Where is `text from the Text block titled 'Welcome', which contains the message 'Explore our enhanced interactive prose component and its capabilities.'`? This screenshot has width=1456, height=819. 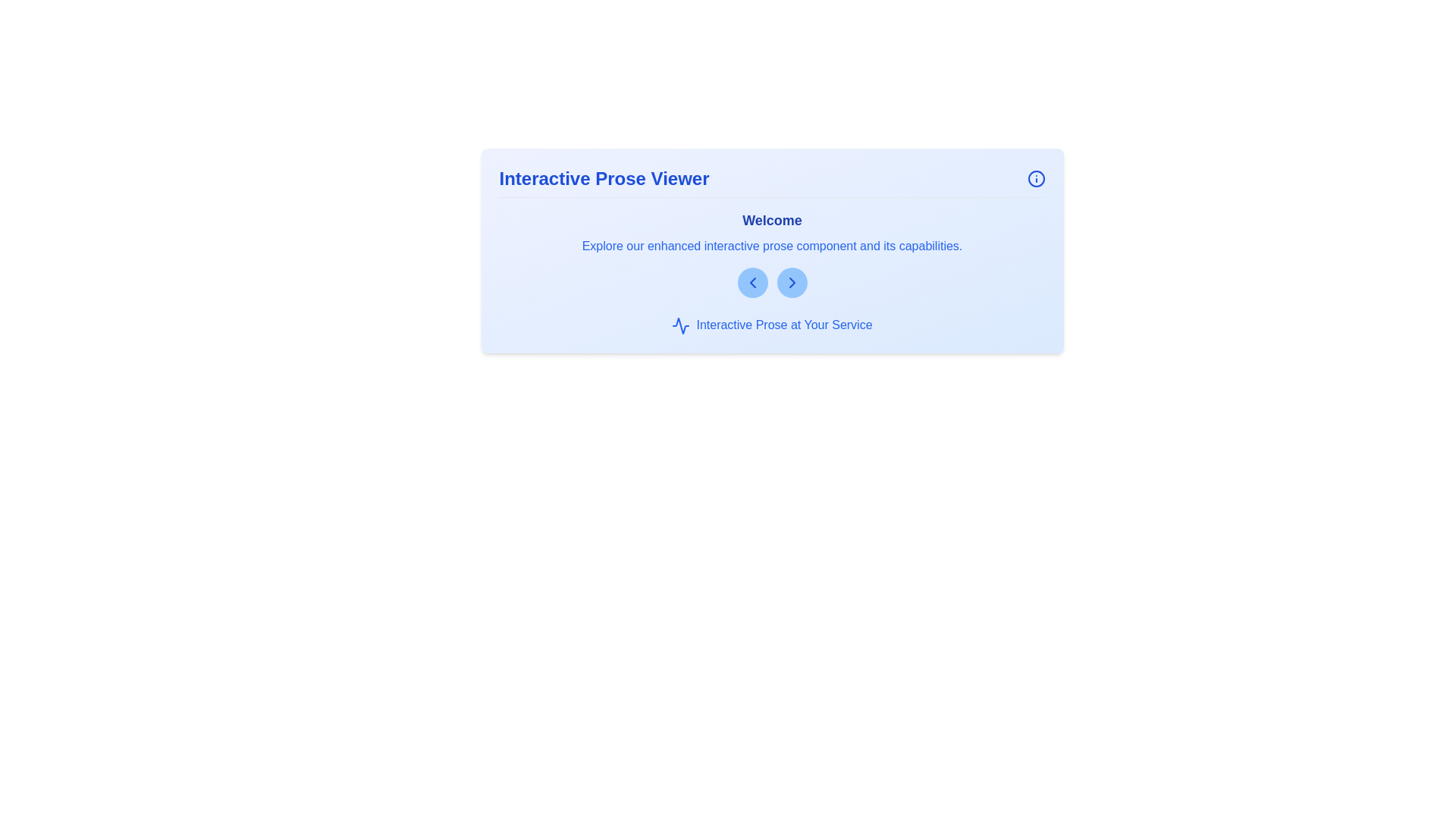 text from the Text block titled 'Welcome', which contains the message 'Explore our enhanced interactive prose component and its capabilities.' is located at coordinates (772, 253).